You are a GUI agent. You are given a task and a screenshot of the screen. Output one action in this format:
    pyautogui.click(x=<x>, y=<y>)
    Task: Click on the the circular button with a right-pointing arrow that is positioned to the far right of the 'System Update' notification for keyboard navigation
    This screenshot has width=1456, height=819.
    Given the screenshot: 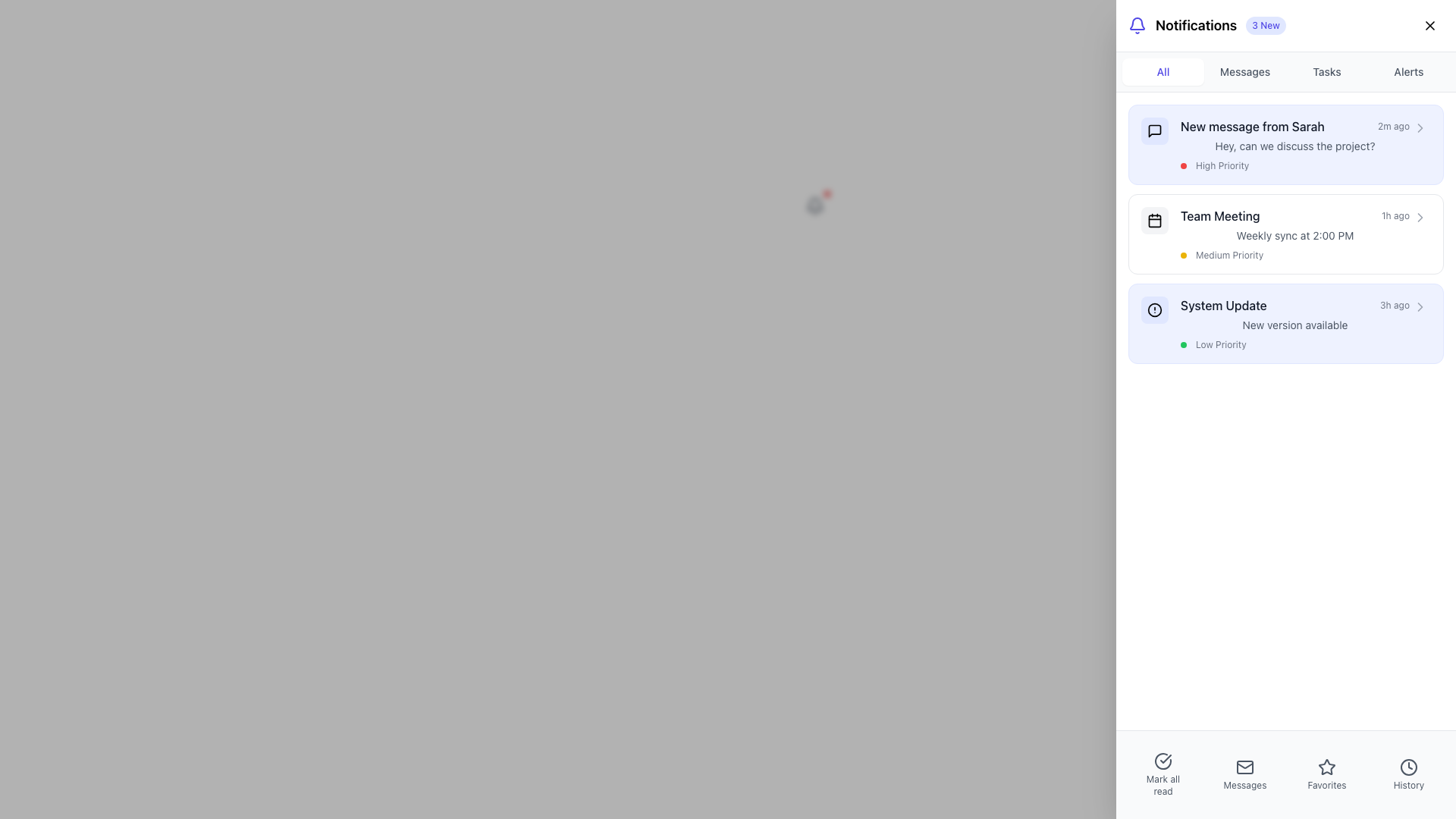 What is the action you would take?
    pyautogui.click(x=1419, y=307)
    